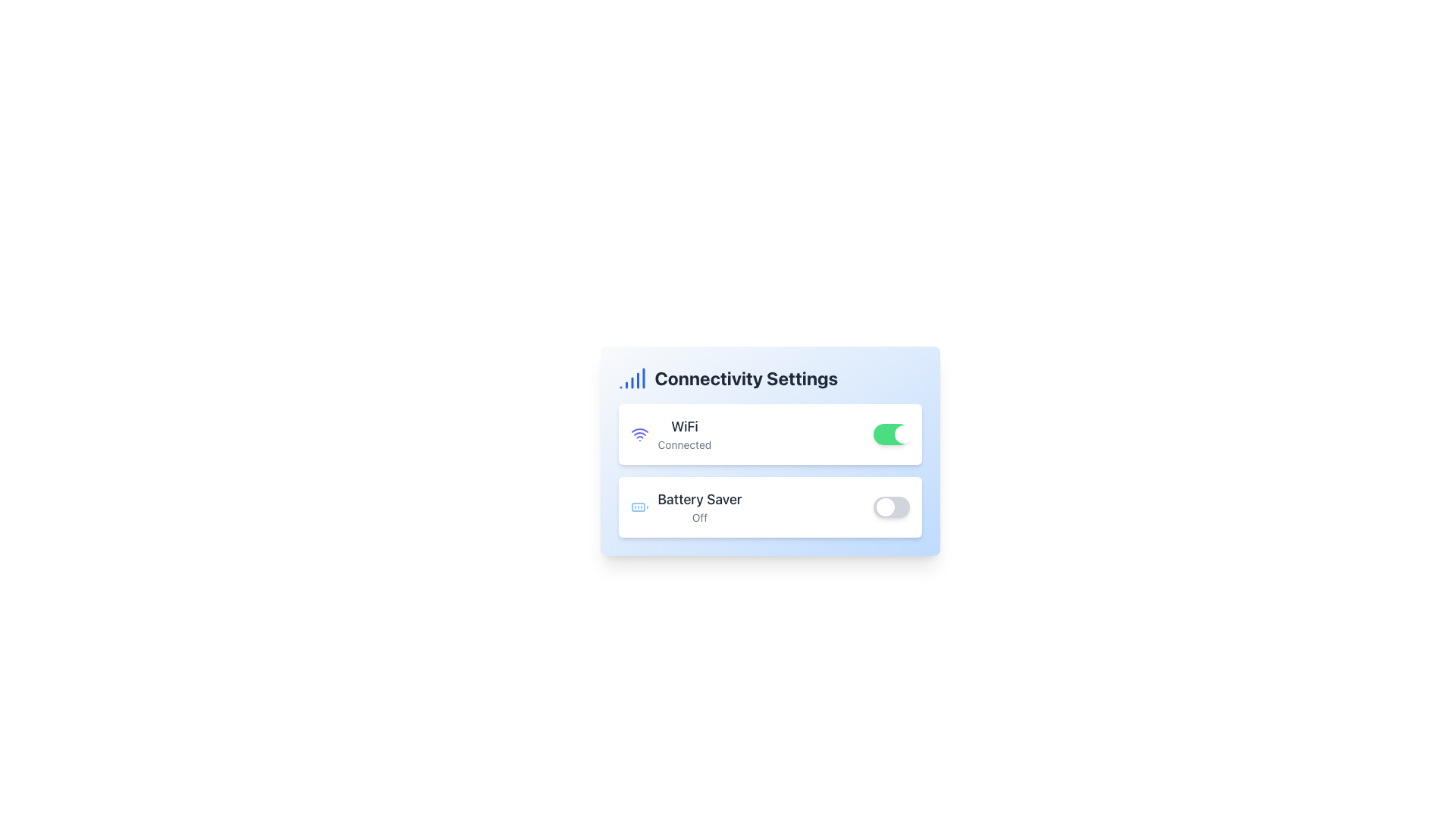 Image resolution: width=1456 pixels, height=819 pixels. What do you see at coordinates (698, 516) in the screenshot?
I see `status indicated by the small text snippet displaying 'Off' in lowercase letters, which is located below the 'Battery Saver' label` at bounding box center [698, 516].